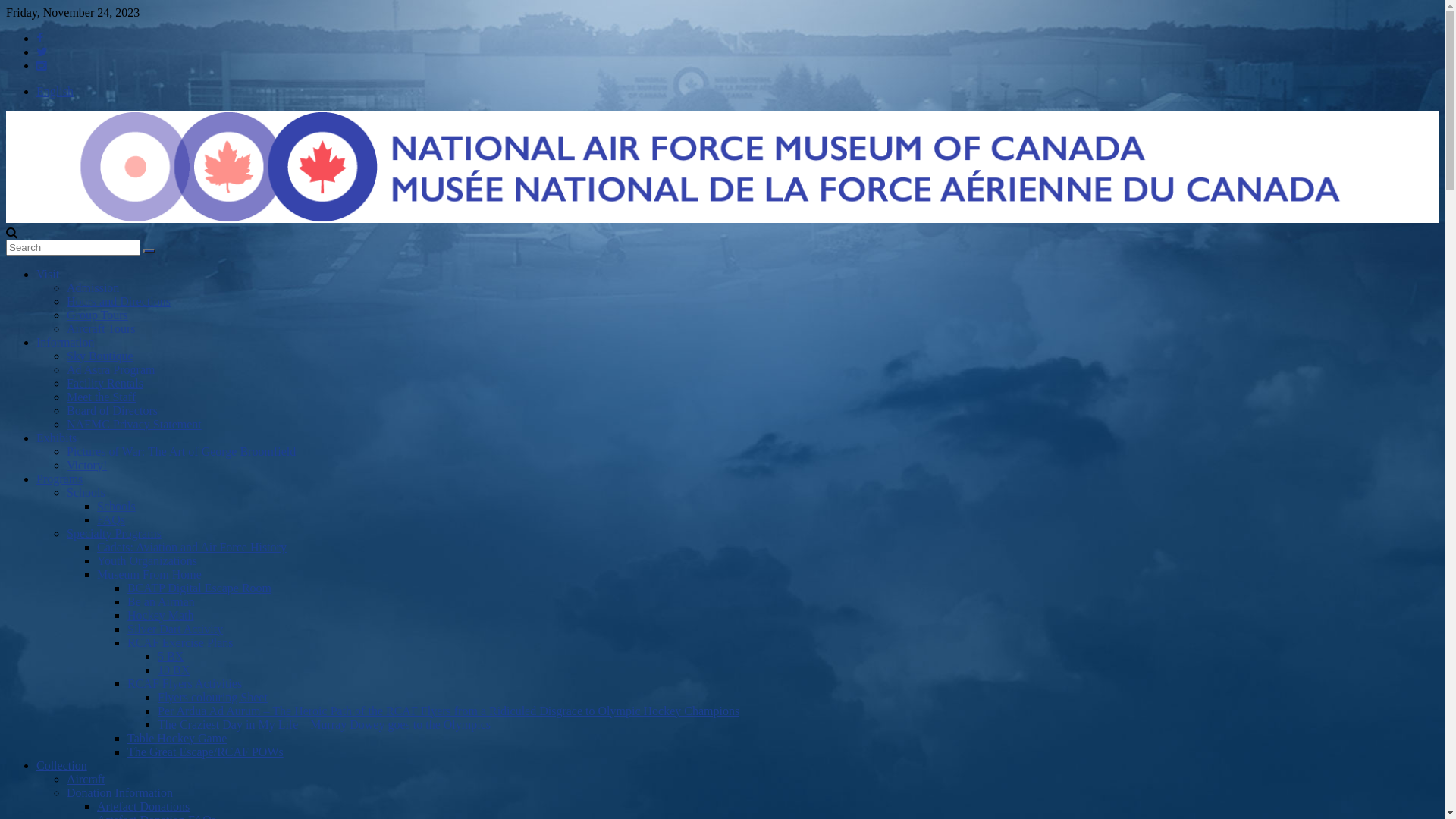  I want to click on 'Donation Information', so click(119, 792).